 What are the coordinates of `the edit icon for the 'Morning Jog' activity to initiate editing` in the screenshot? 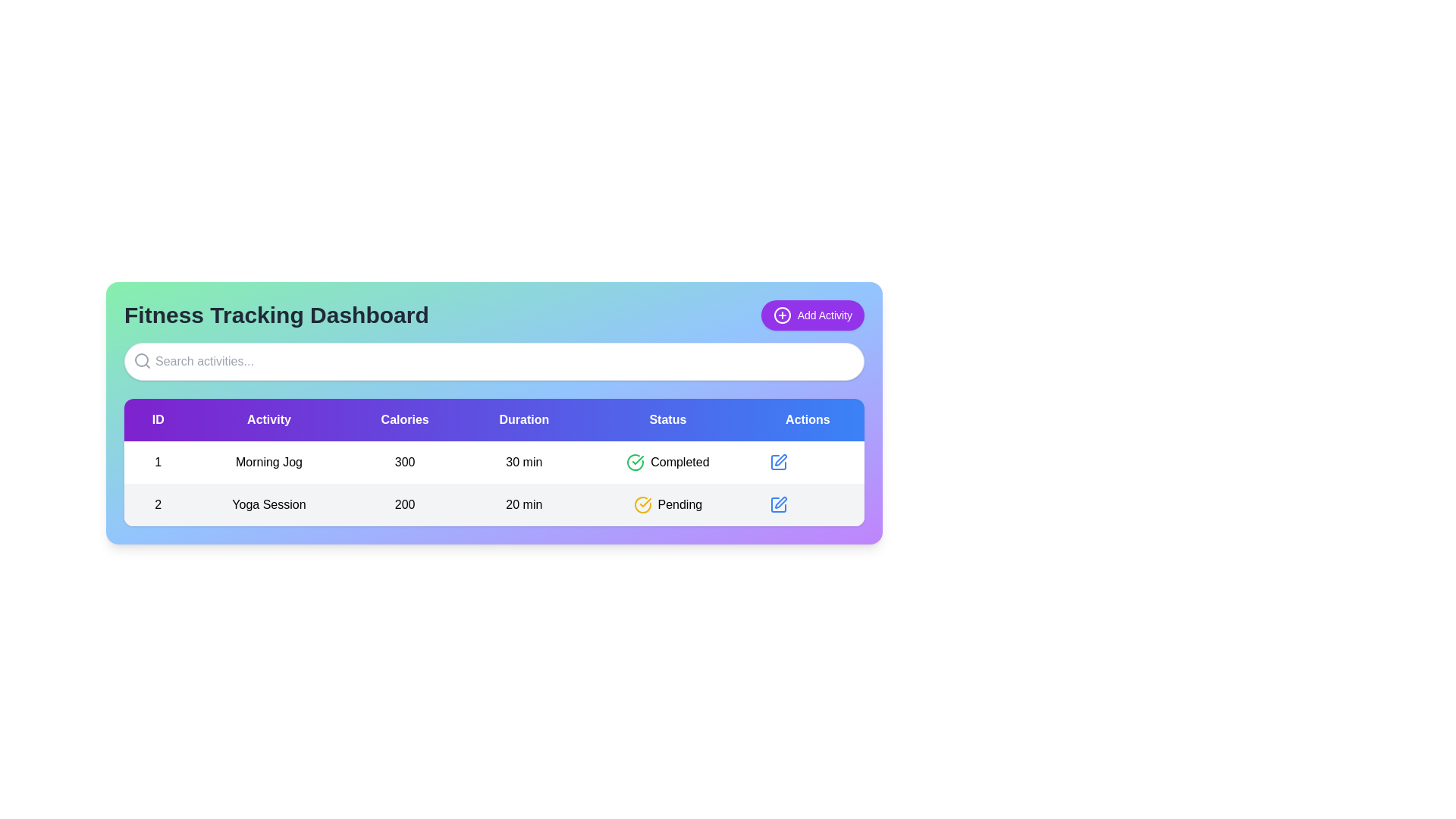 It's located at (780, 459).